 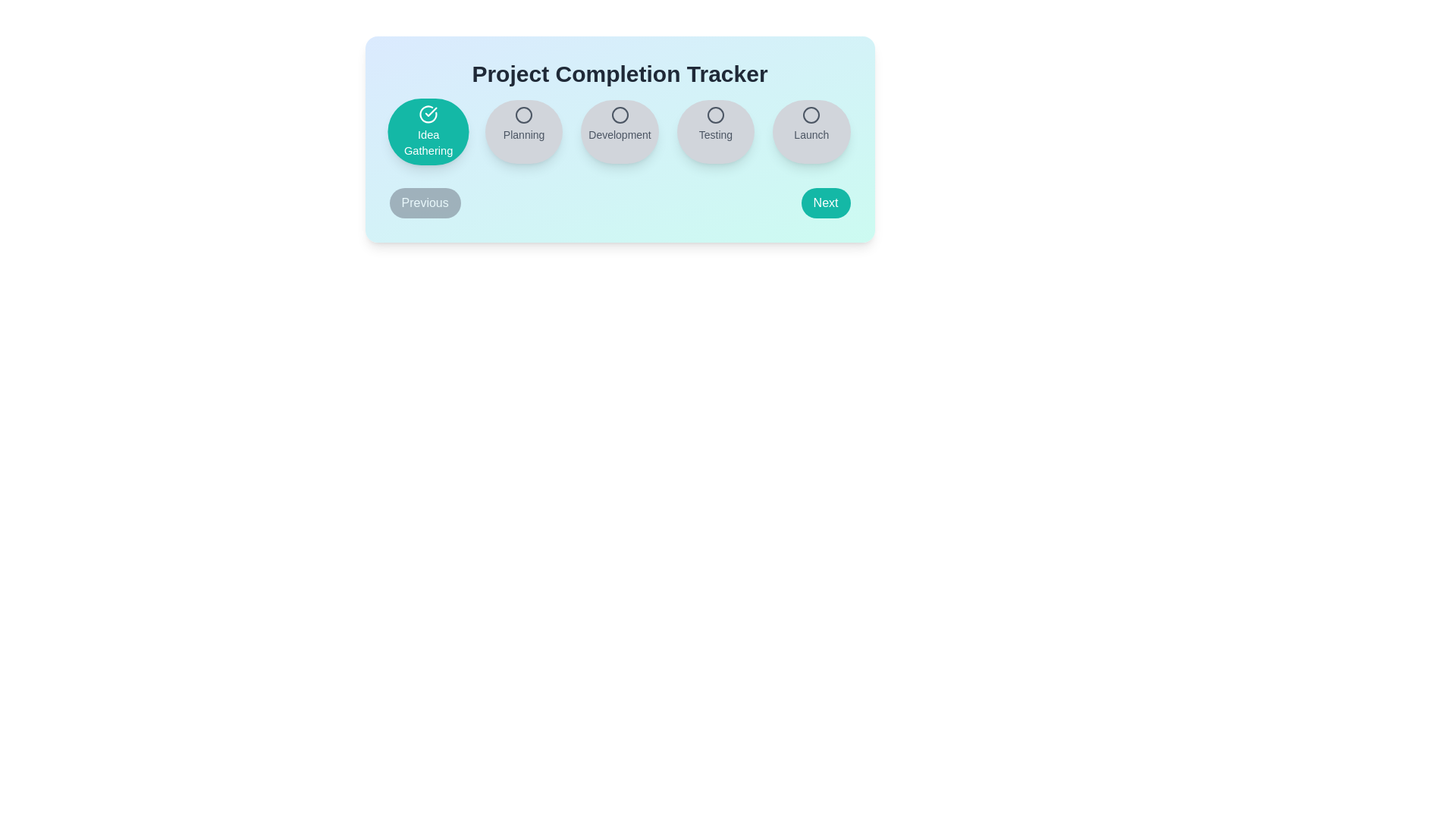 What do you see at coordinates (825, 202) in the screenshot?
I see `the navigational button located at the lower right corner of the interface` at bounding box center [825, 202].